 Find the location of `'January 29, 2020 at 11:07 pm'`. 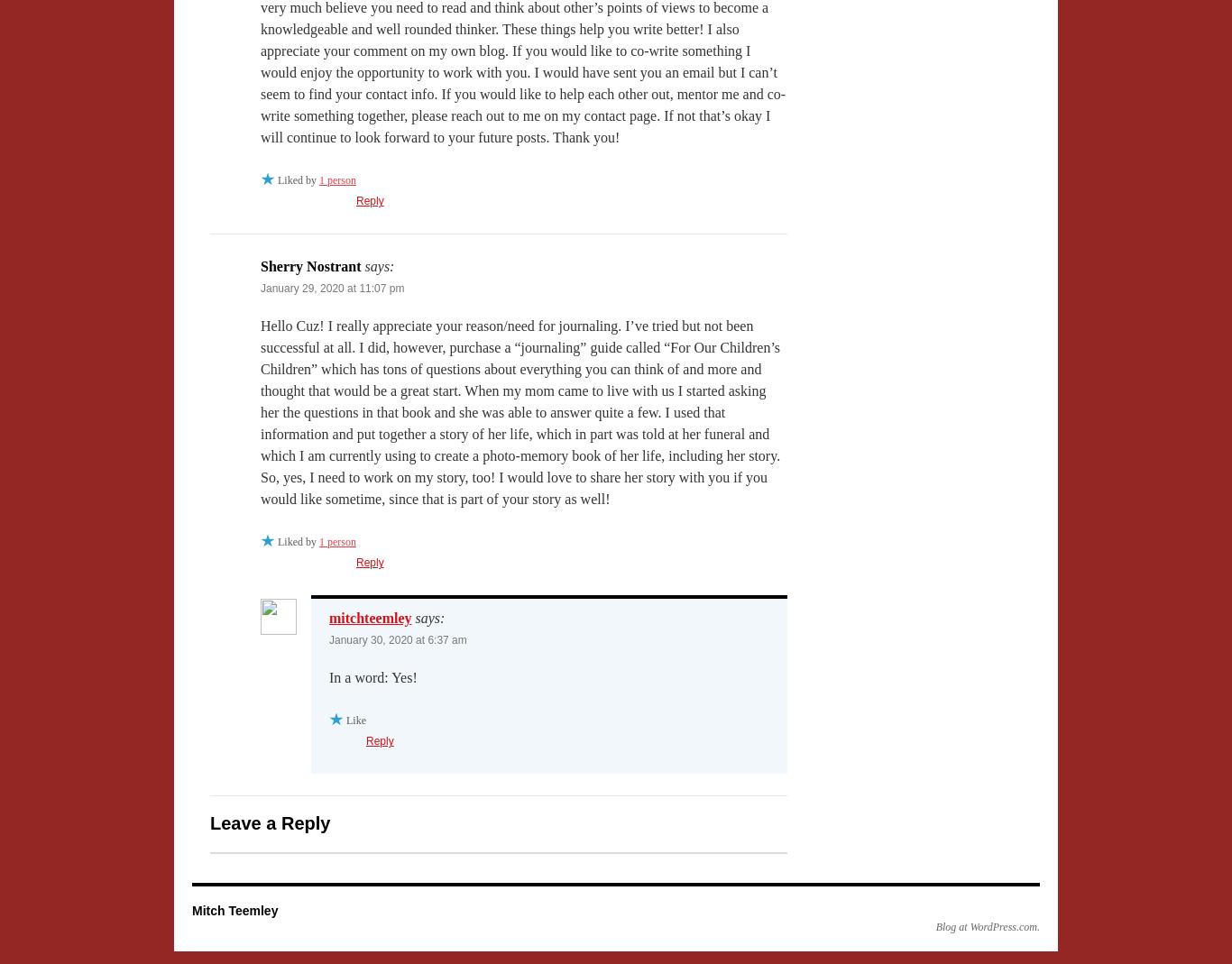

'January 29, 2020 at 11:07 pm' is located at coordinates (331, 287).